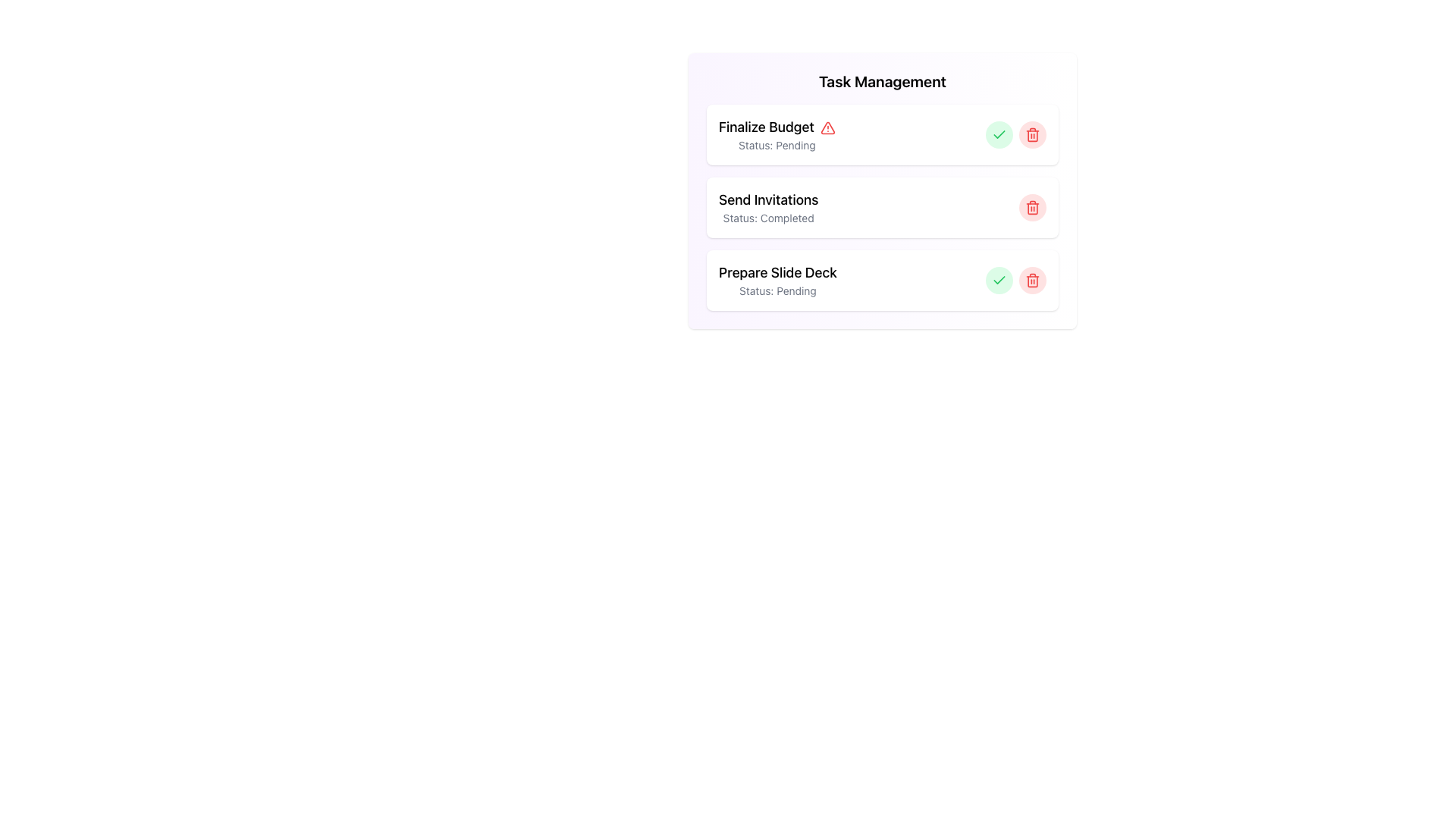 The image size is (1456, 819). Describe the element at coordinates (1032, 133) in the screenshot. I see `the delete button located at the far right of the task management section` at that location.